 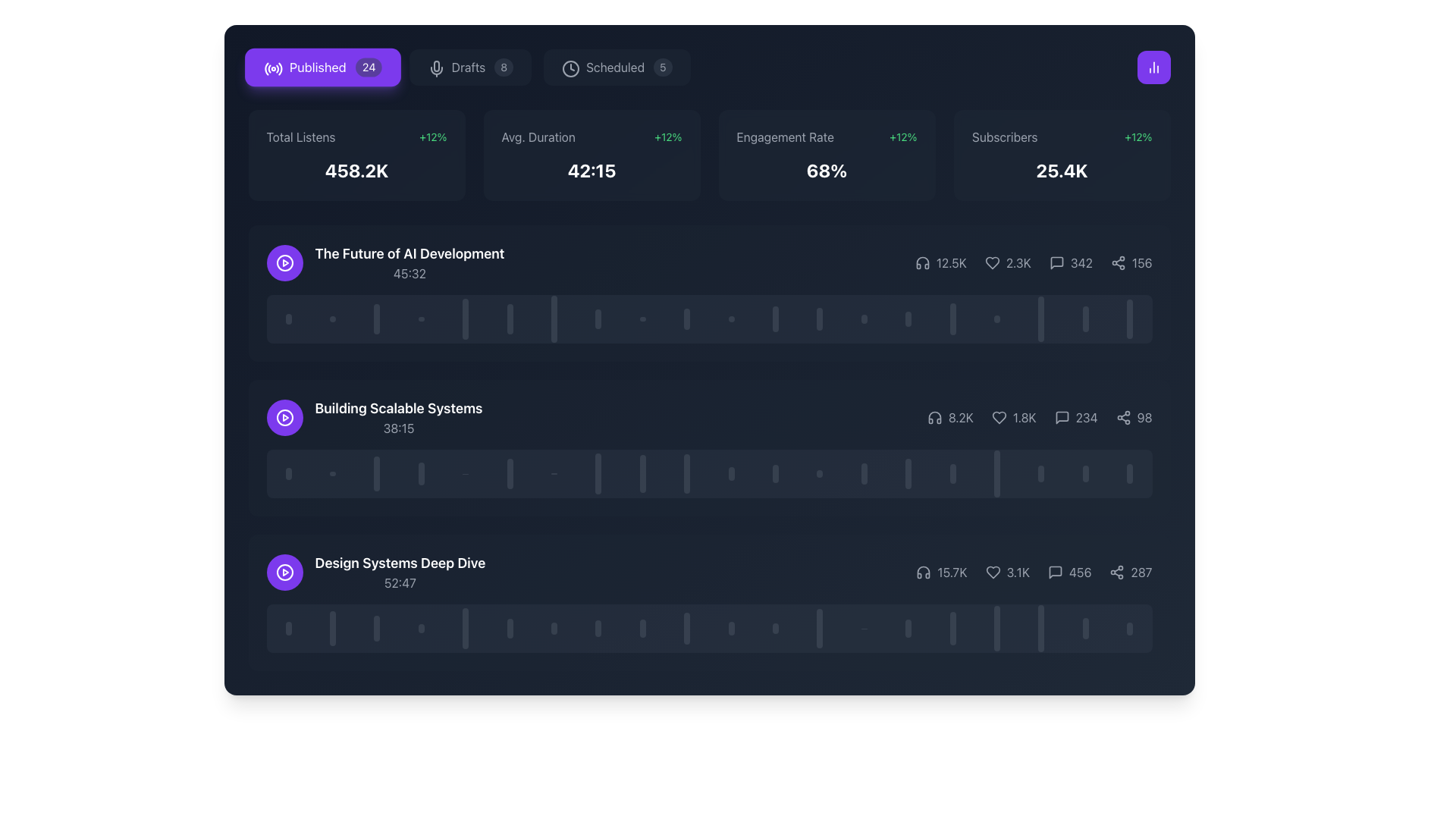 I want to click on the play button located to the left of the third list item titled 'Design Systems Deep Dive' to initiate playback of the media, so click(x=284, y=573).